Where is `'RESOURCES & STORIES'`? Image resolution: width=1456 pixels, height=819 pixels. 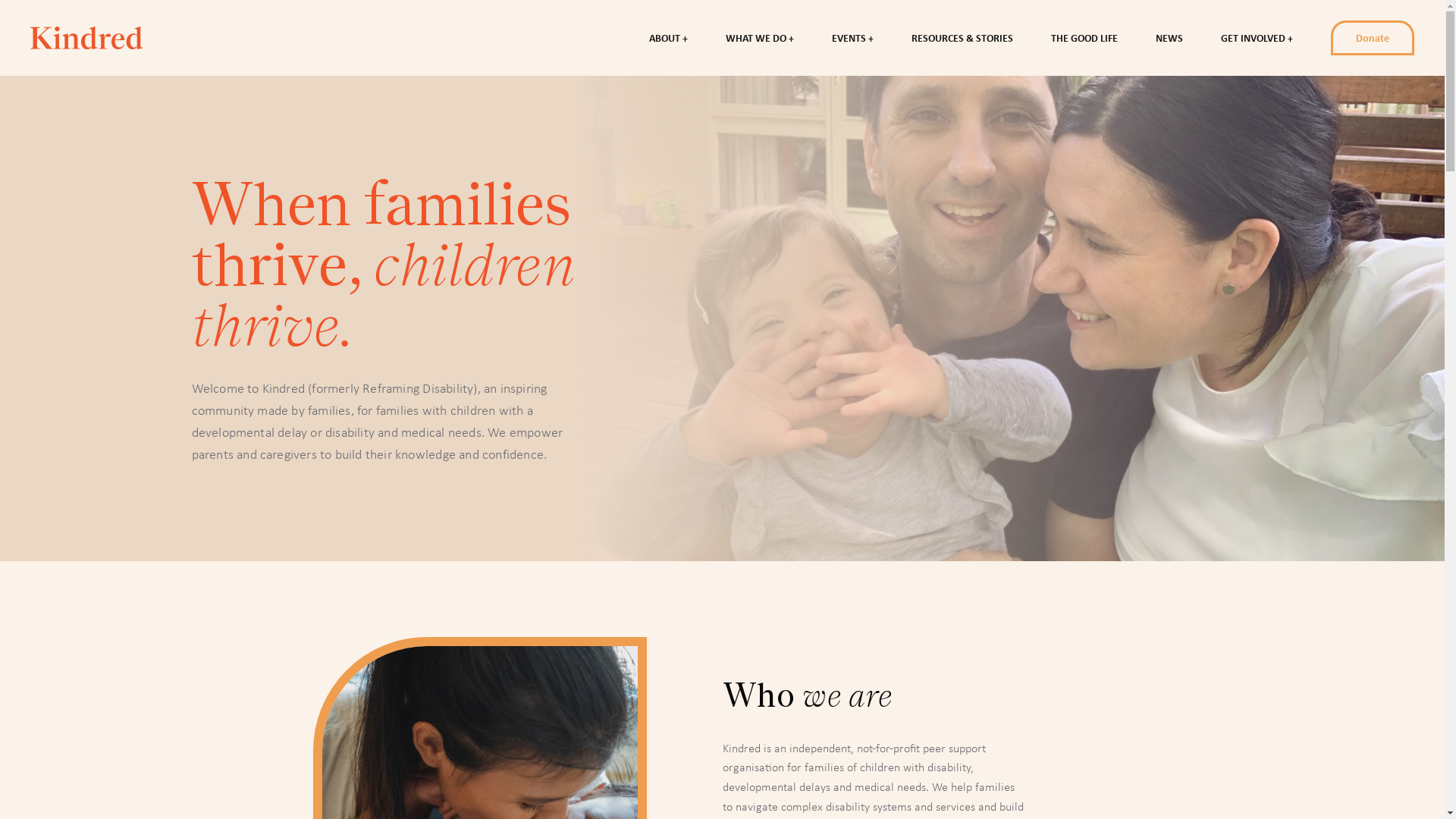 'RESOURCES & STORIES' is located at coordinates (910, 37).